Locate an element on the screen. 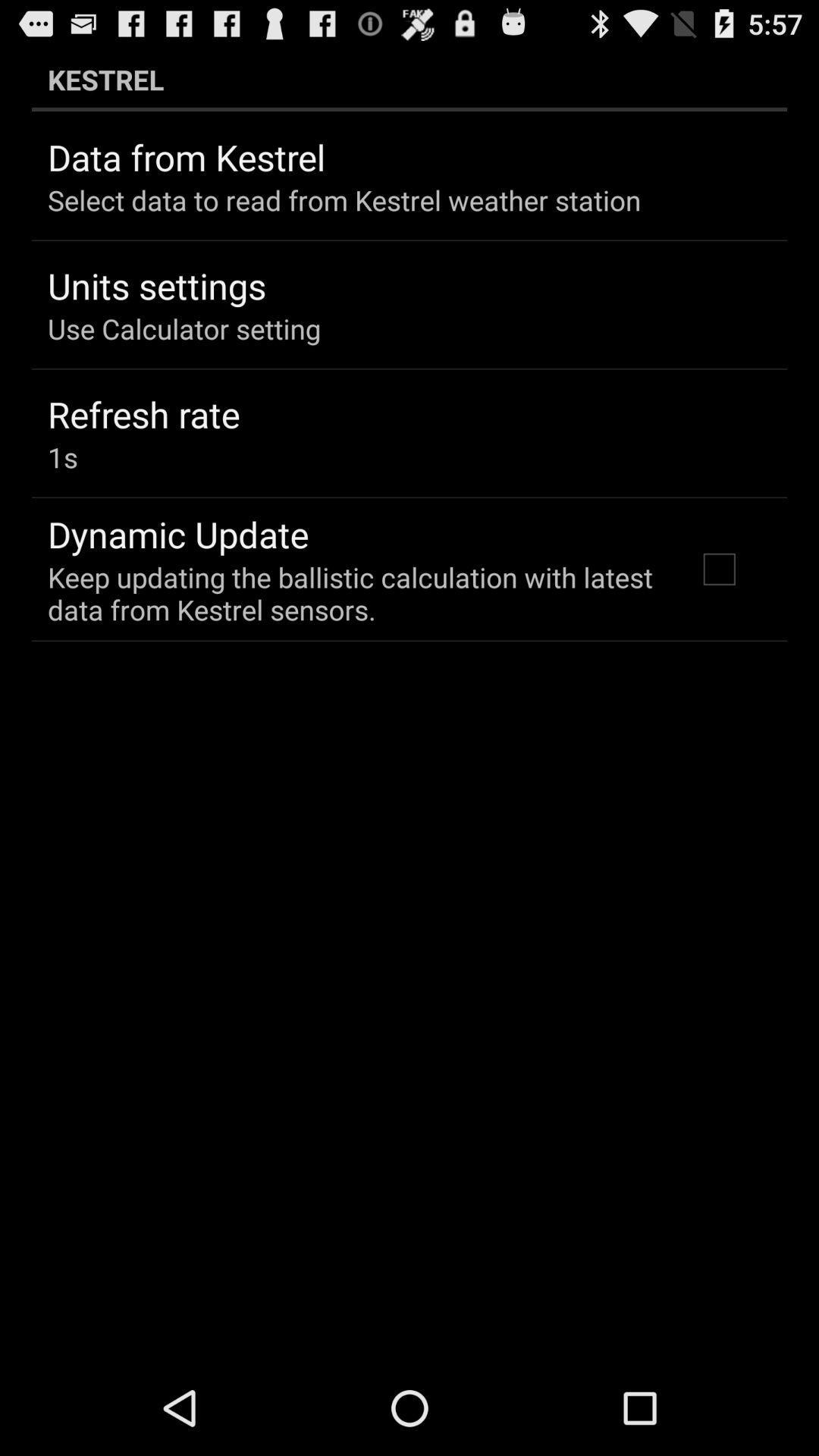 This screenshot has height=1456, width=819. the dynamic update on the left is located at coordinates (177, 534).